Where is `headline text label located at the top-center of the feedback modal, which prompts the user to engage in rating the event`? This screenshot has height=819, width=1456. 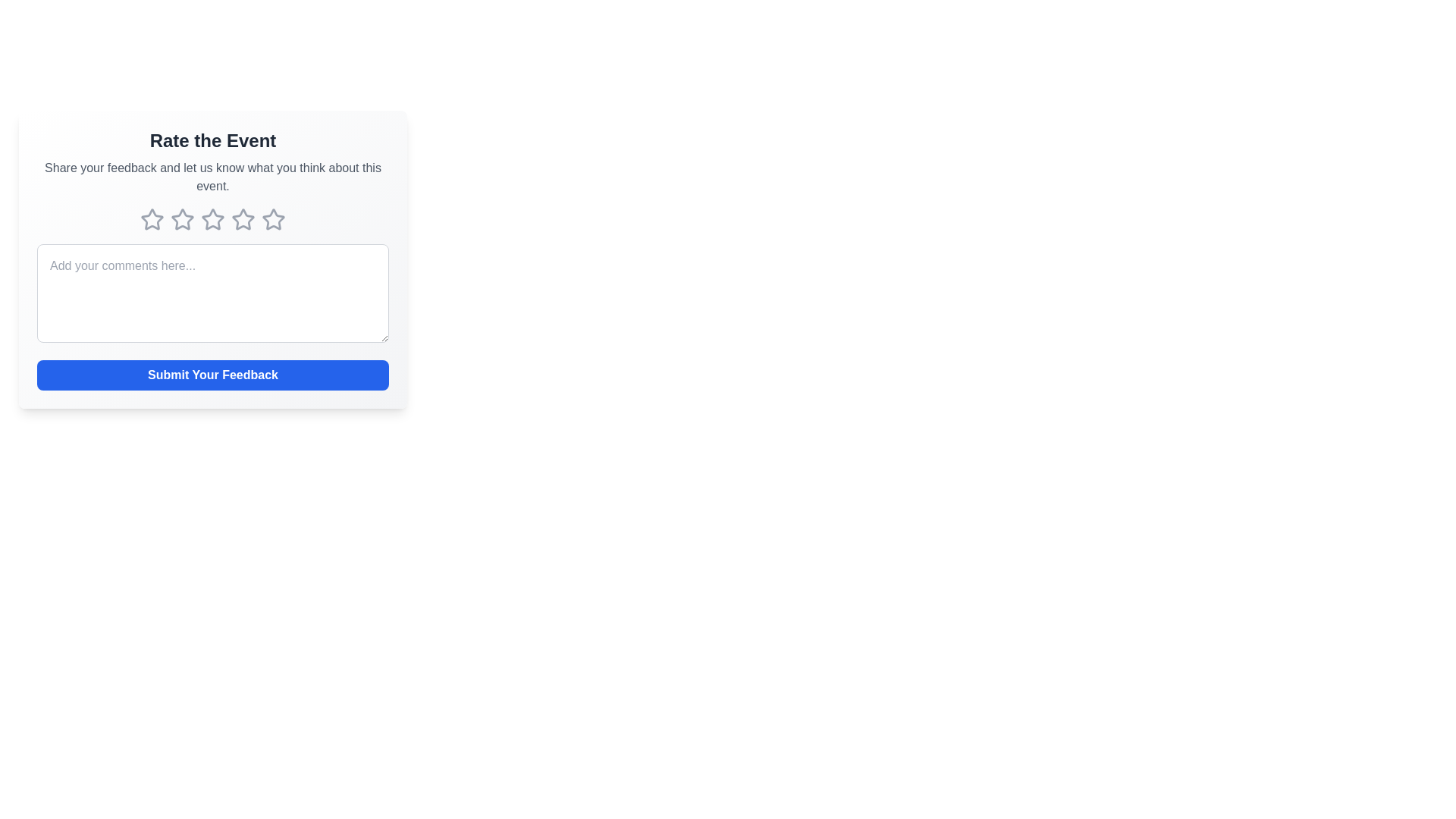
headline text label located at the top-center of the feedback modal, which prompts the user to engage in rating the event is located at coordinates (212, 140).